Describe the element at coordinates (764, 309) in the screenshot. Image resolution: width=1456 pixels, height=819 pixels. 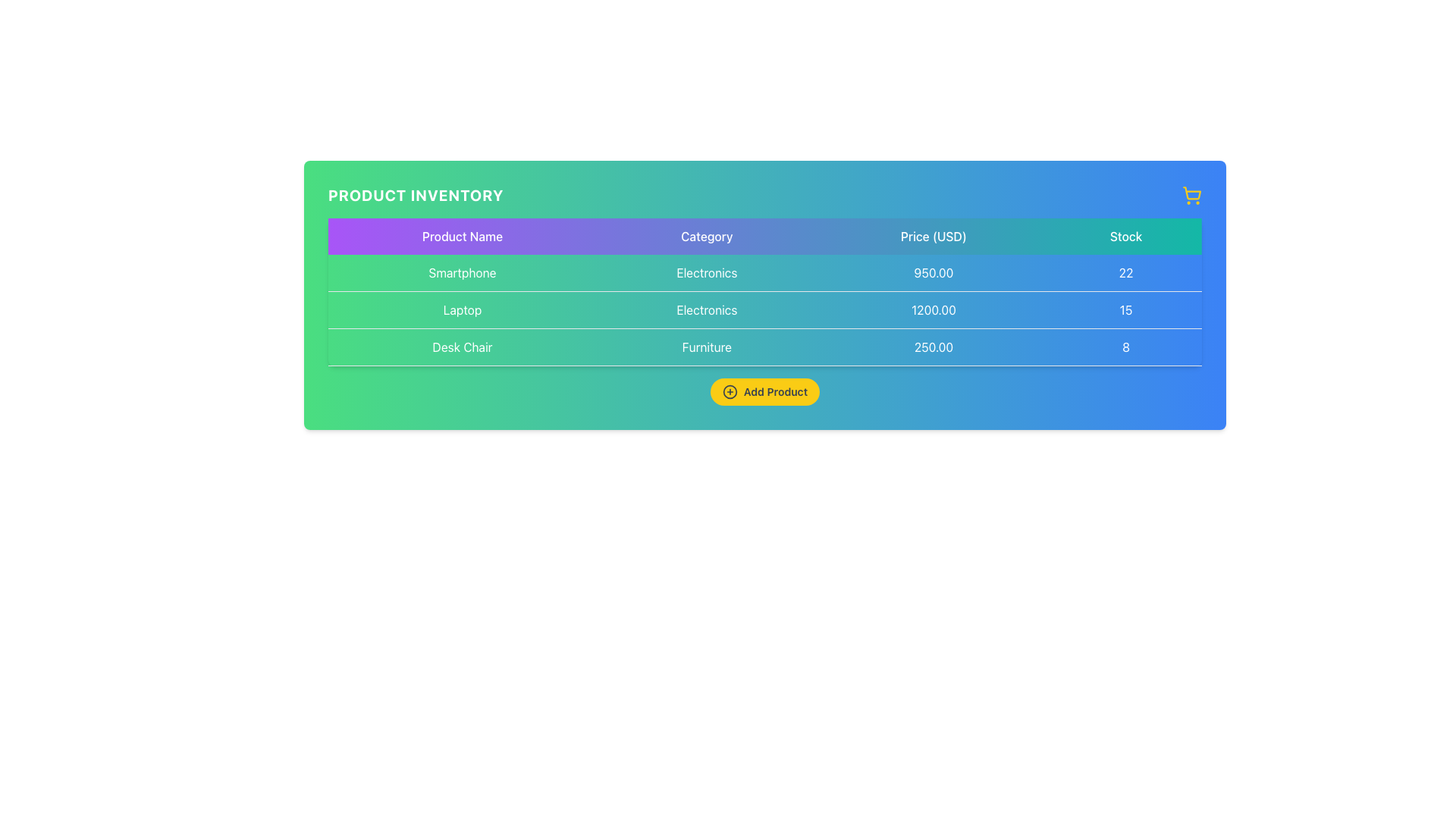
I see `the second row of the product inventory table that contains the textual data: 'Laptop', 'Electronics', '1200.00', and '15'` at that location.